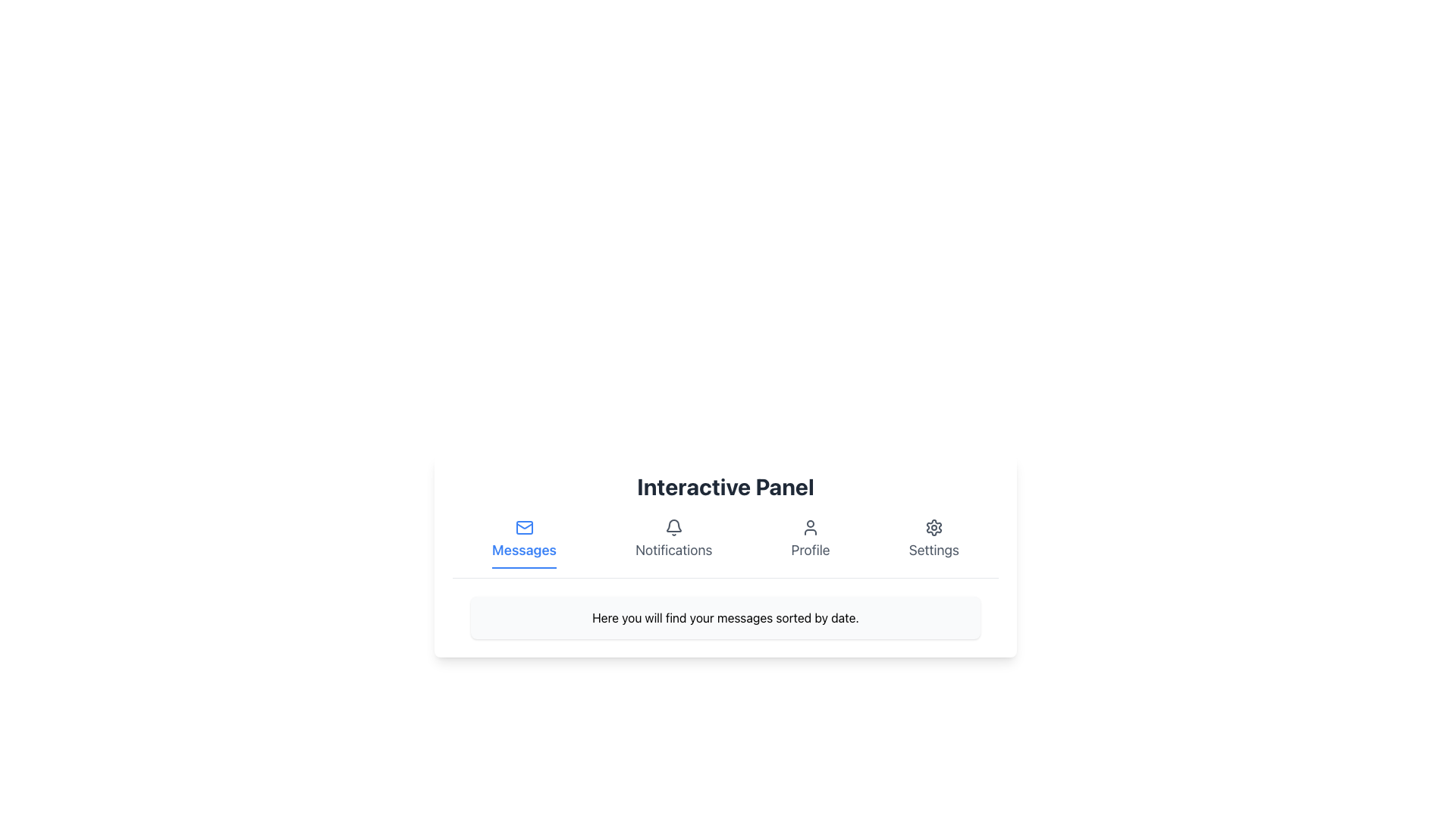 The height and width of the screenshot is (819, 1456). Describe the element at coordinates (524, 550) in the screenshot. I see `text label 'Messages' located below the mail envelope icon in the navigation menu at the bottom center of the interface` at that location.